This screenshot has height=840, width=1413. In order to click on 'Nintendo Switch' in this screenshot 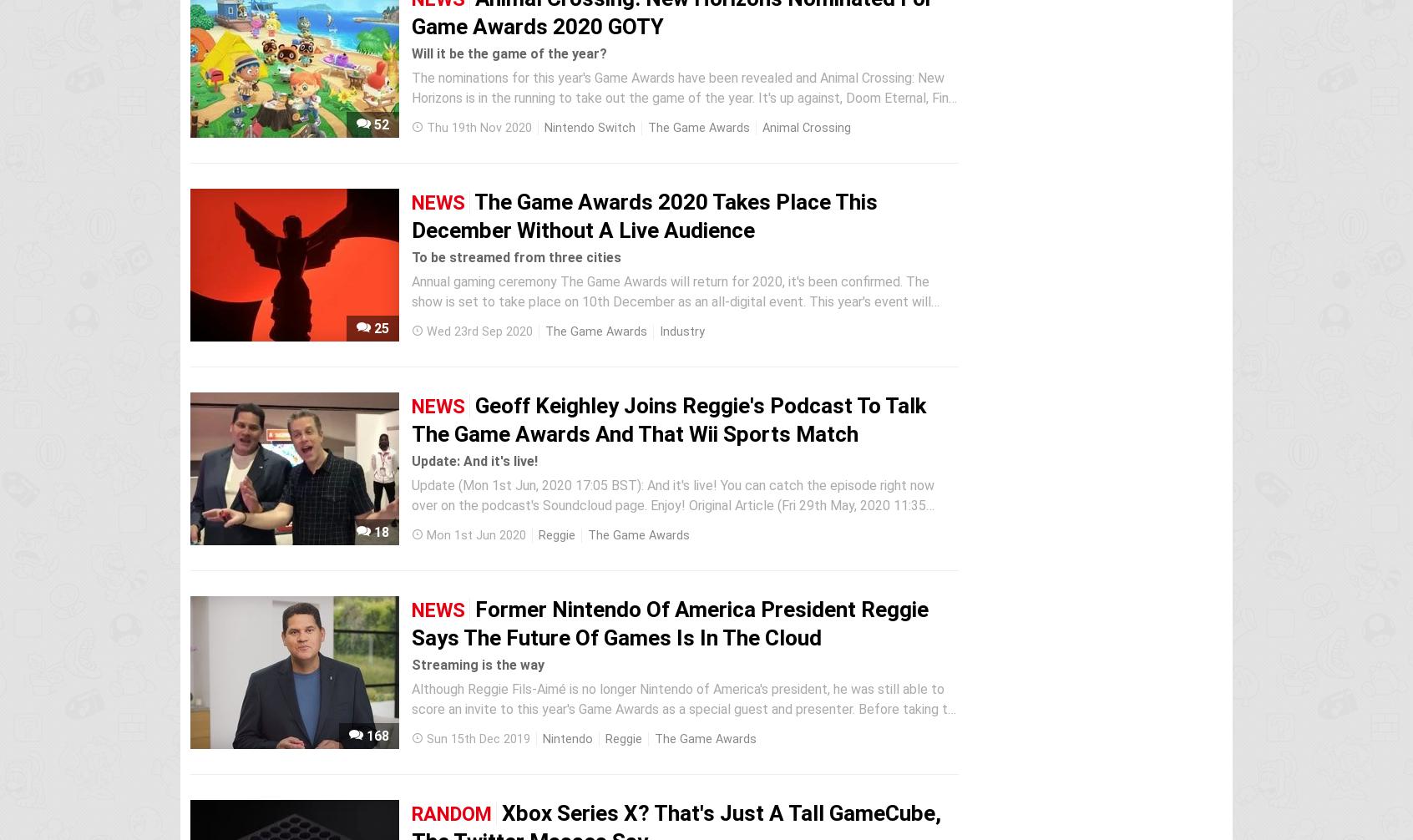, I will do `click(544, 128)`.